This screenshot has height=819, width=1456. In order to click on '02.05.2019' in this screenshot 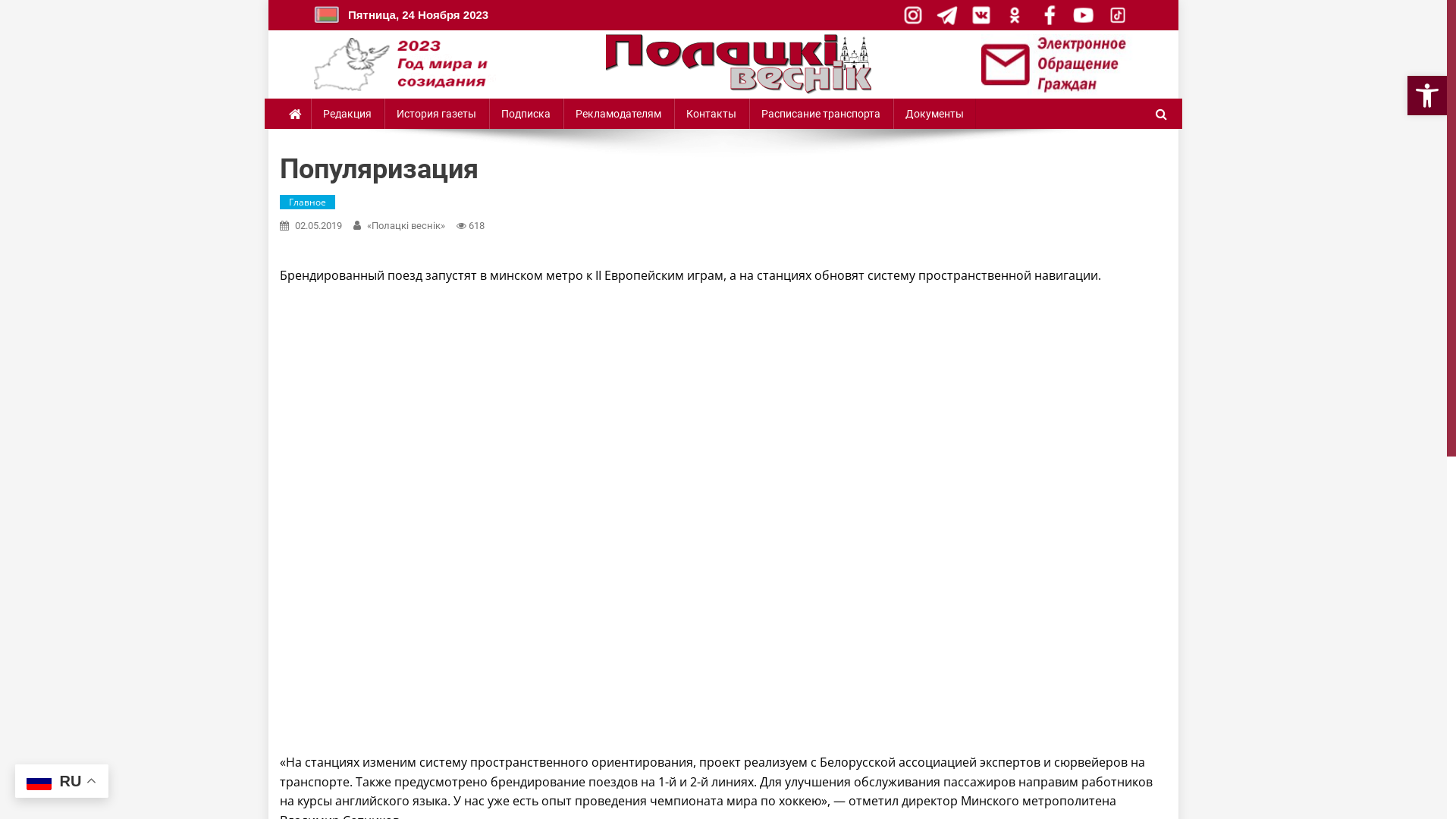, I will do `click(318, 225)`.